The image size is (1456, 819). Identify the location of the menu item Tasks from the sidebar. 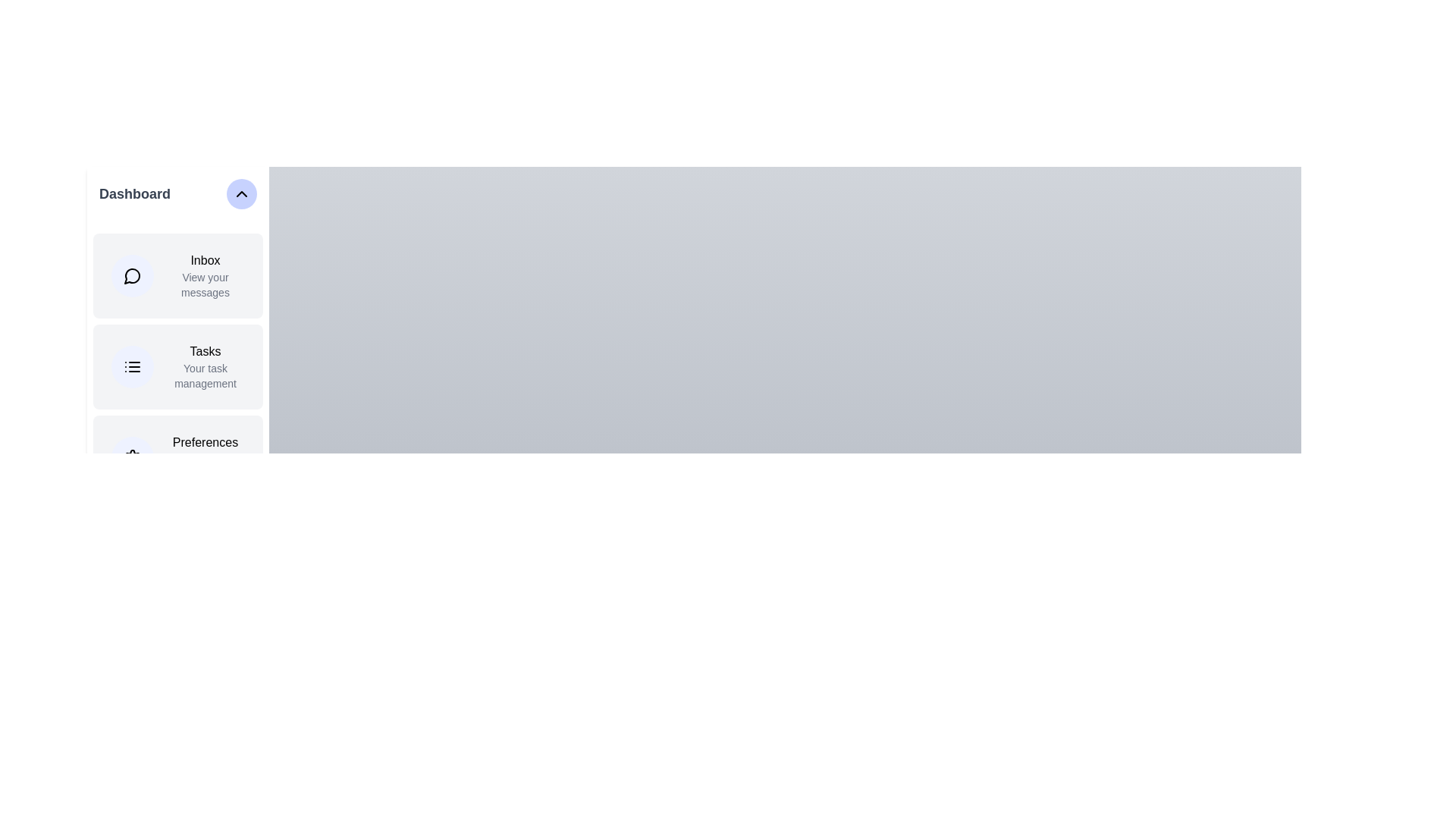
(178, 366).